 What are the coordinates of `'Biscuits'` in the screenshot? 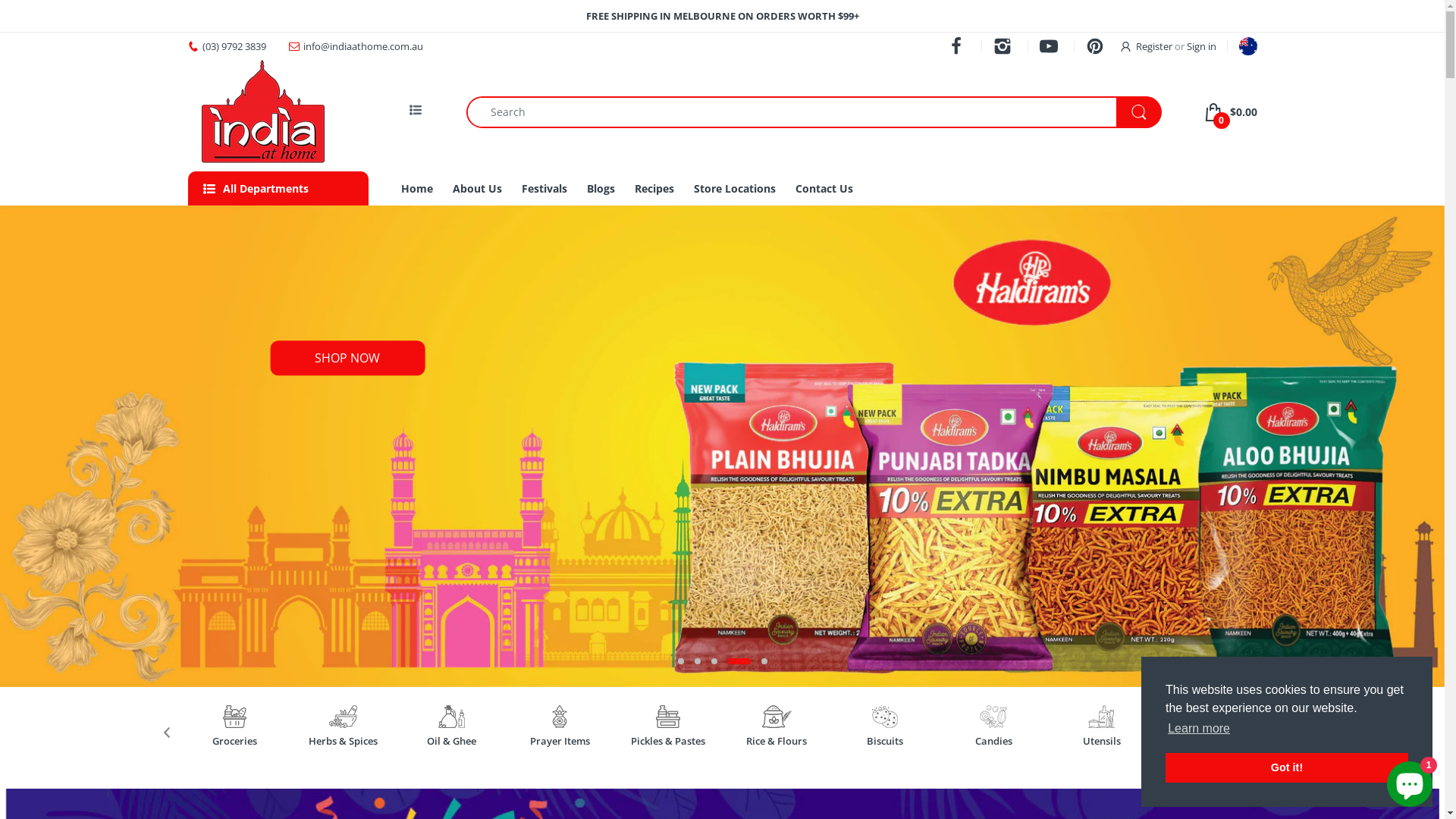 It's located at (846, 740).